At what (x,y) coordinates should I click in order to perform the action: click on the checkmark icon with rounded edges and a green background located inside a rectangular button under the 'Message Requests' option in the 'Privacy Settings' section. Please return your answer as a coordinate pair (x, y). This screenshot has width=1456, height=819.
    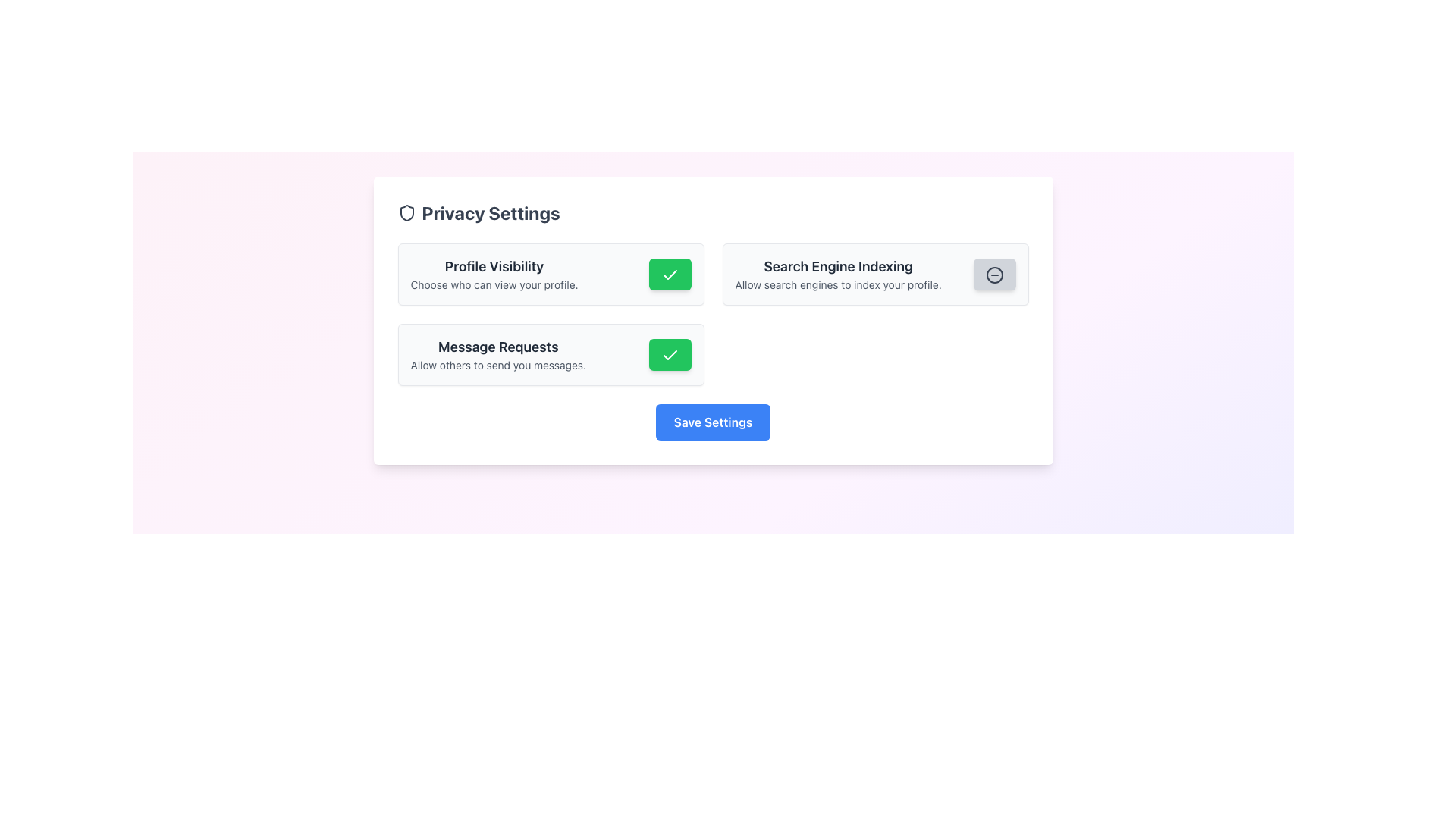
    Looking at the image, I should click on (669, 355).